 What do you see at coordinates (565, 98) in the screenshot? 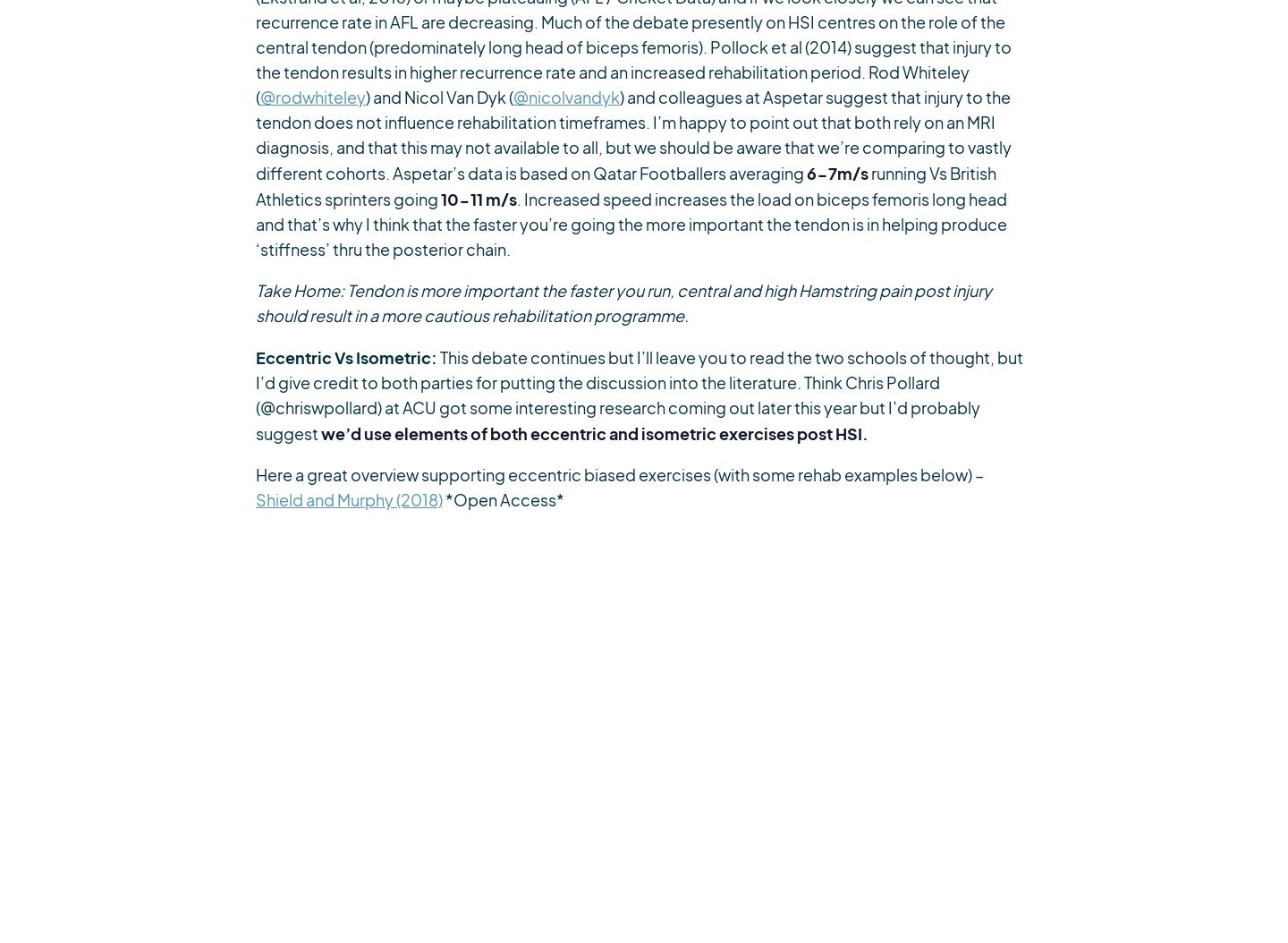
I see `'@nicolvandyk'` at bounding box center [565, 98].